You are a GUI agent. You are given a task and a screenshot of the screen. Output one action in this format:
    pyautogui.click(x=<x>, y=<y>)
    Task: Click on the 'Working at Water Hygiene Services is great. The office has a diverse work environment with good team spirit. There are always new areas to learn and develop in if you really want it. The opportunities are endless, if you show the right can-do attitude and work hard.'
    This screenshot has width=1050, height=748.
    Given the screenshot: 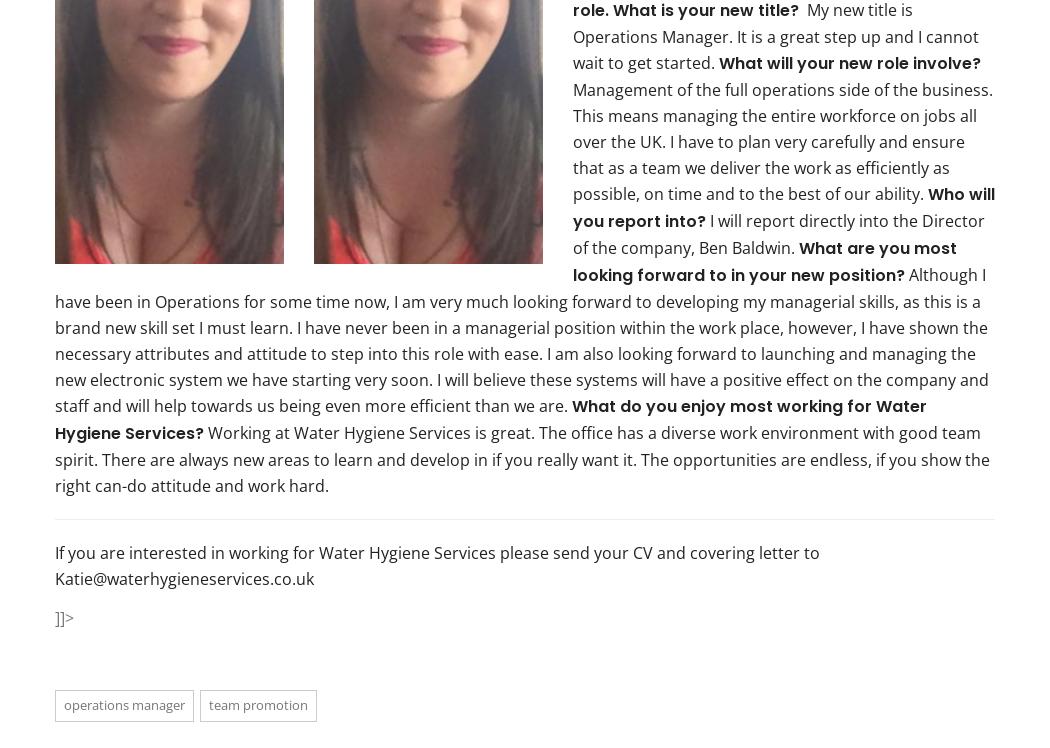 What is the action you would take?
    pyautogui.click(x=521, y=457)
    